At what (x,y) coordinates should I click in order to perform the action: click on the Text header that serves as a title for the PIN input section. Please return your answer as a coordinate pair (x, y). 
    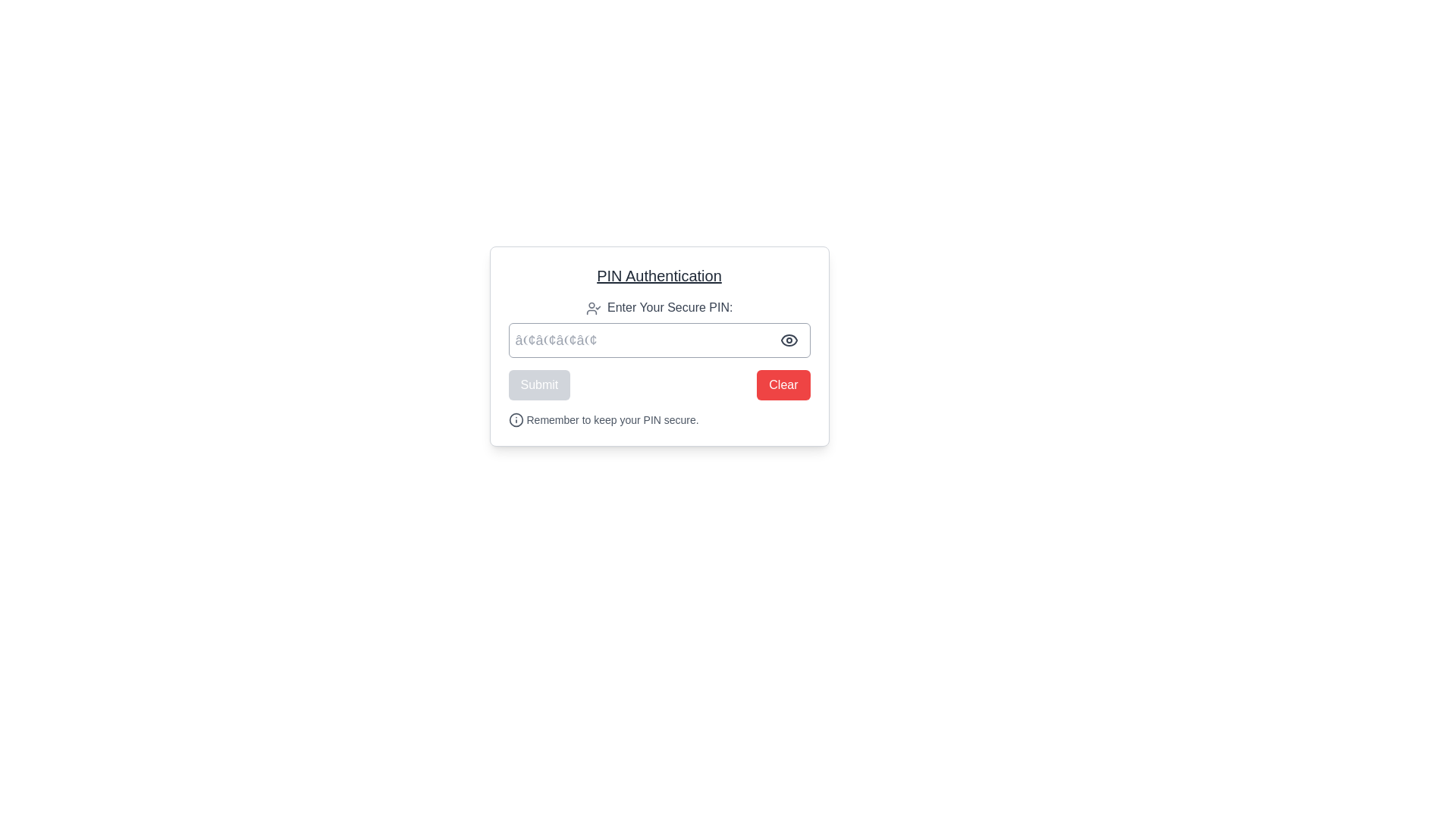
    Looking at the image, I should click on (659, 275).